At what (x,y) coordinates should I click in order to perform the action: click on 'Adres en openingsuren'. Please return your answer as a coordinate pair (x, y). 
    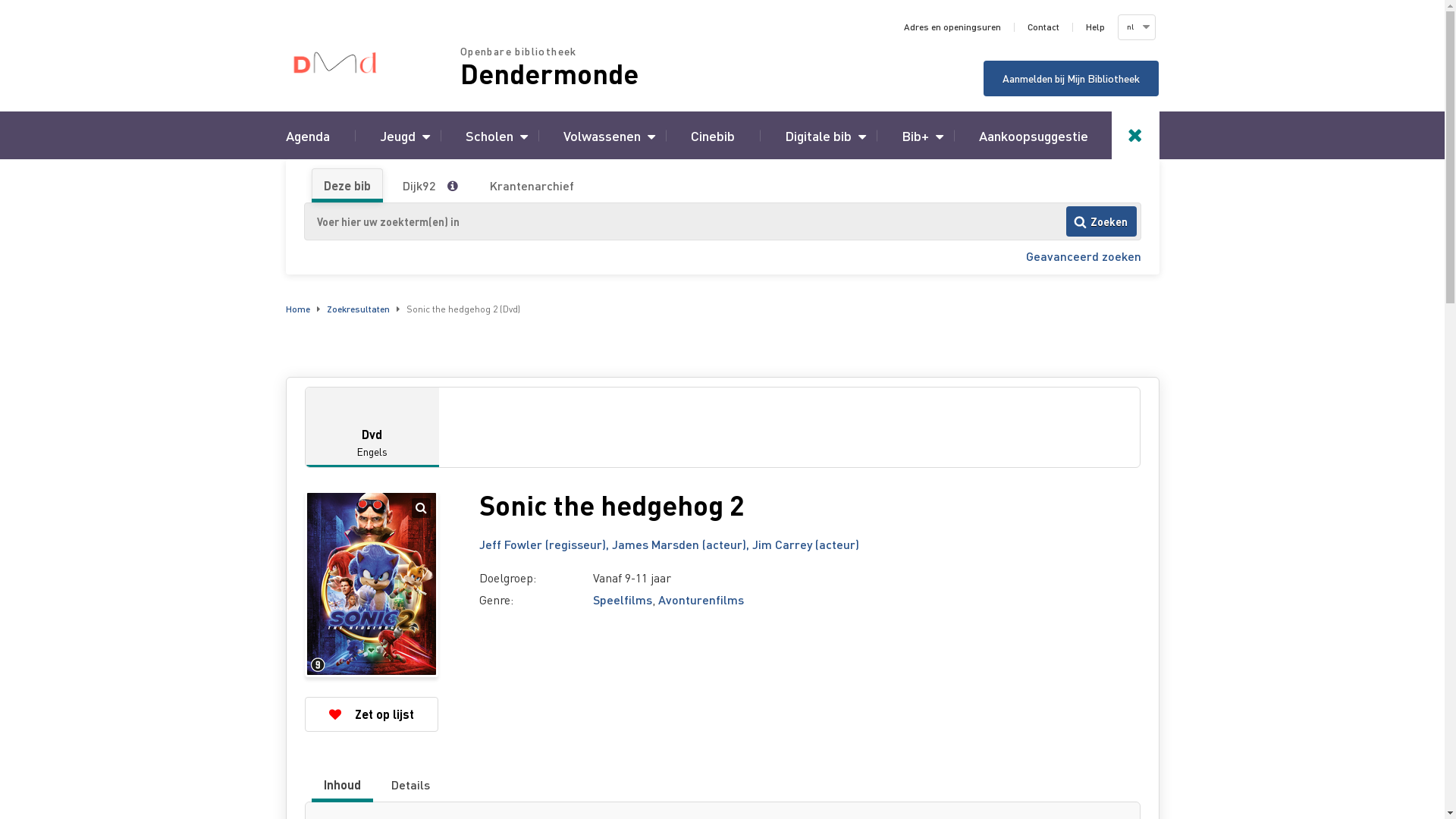
    Looking at the image, I should click on (952, 27).